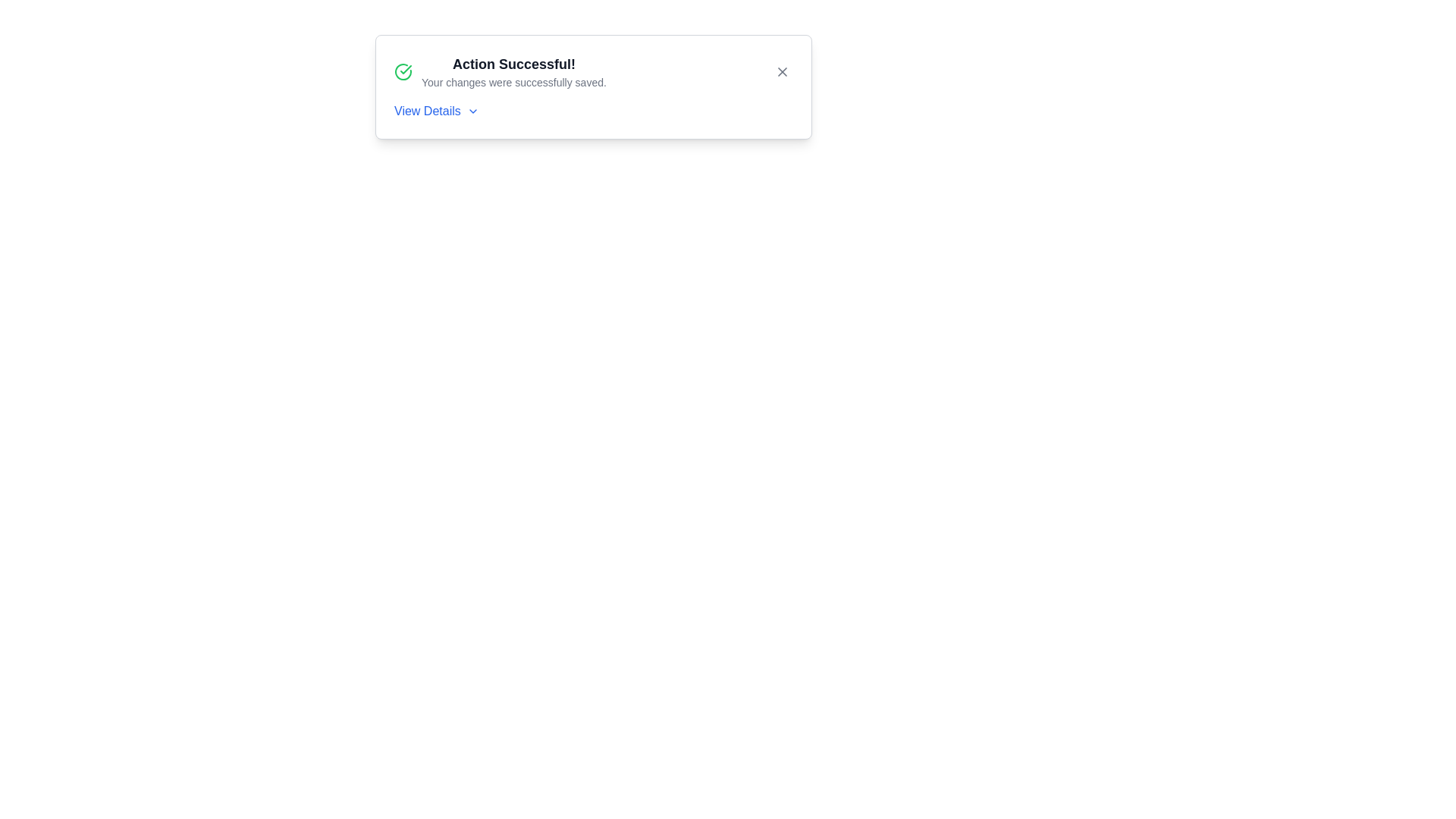  Describe the element at coordinates (435, 110) in the screenshot. I see `the 'View Details' button to expand the details` at that location.